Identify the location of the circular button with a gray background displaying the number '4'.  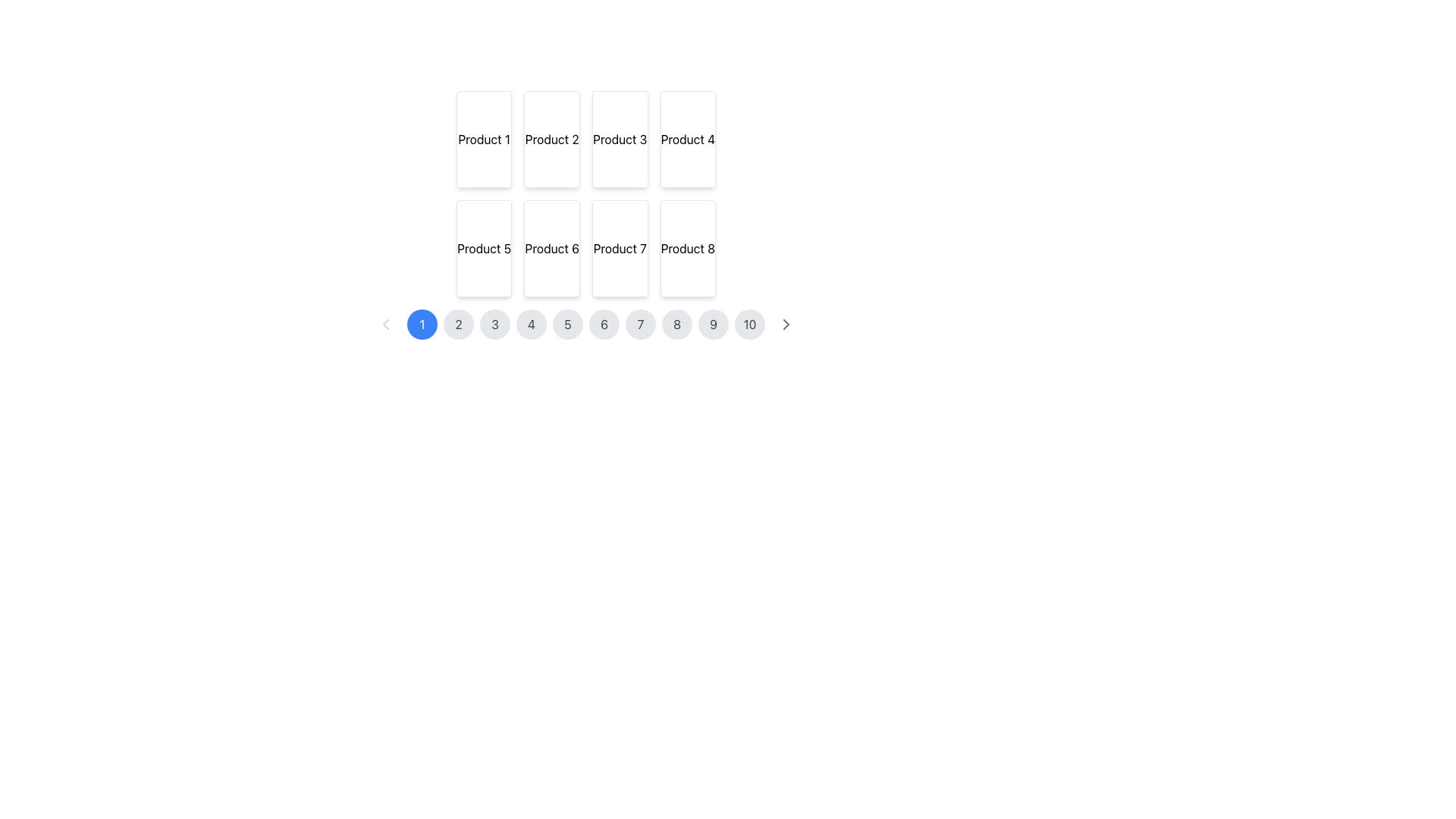
(531, 324).